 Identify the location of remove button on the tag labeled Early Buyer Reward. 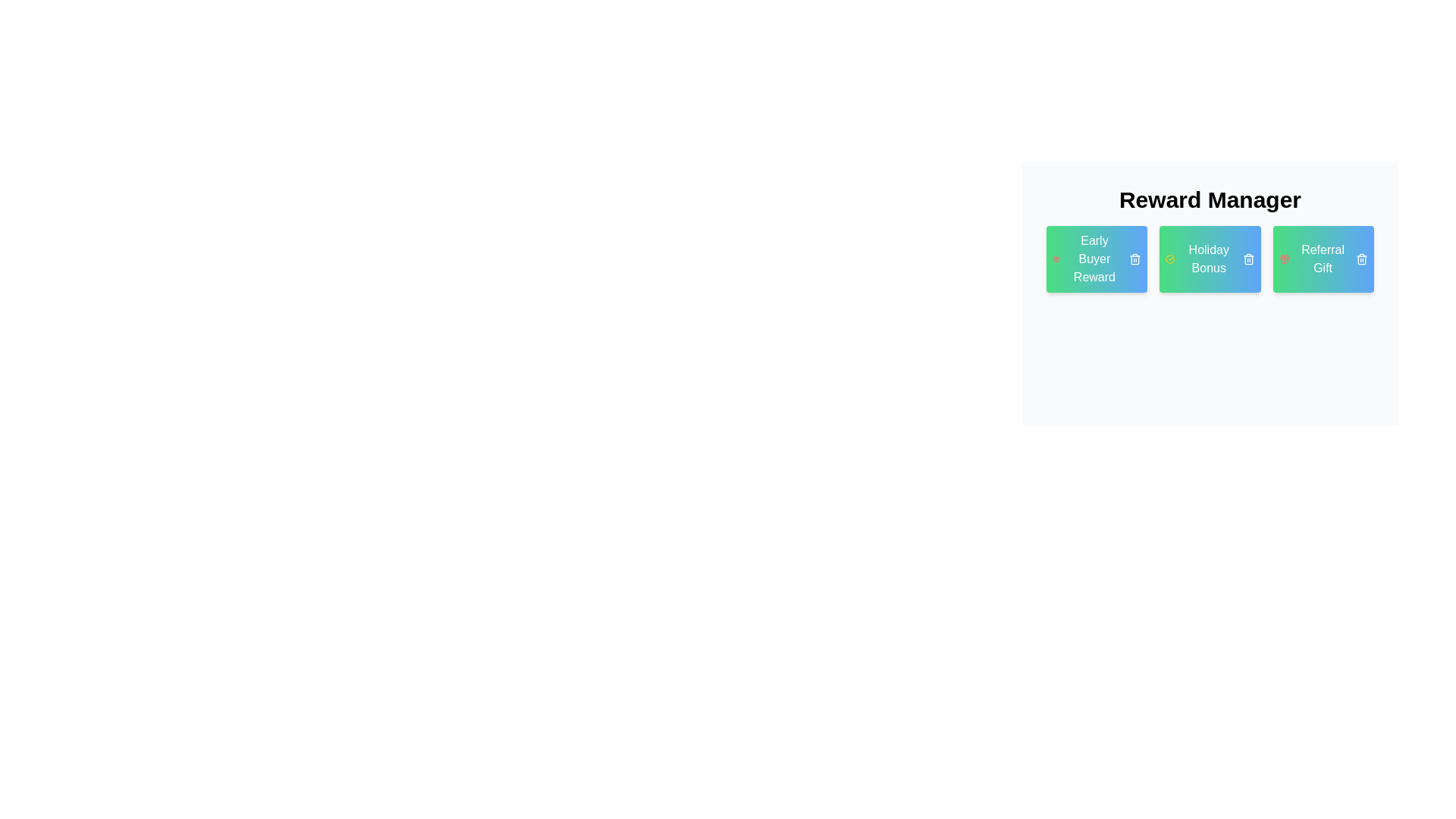
(1135, 259).